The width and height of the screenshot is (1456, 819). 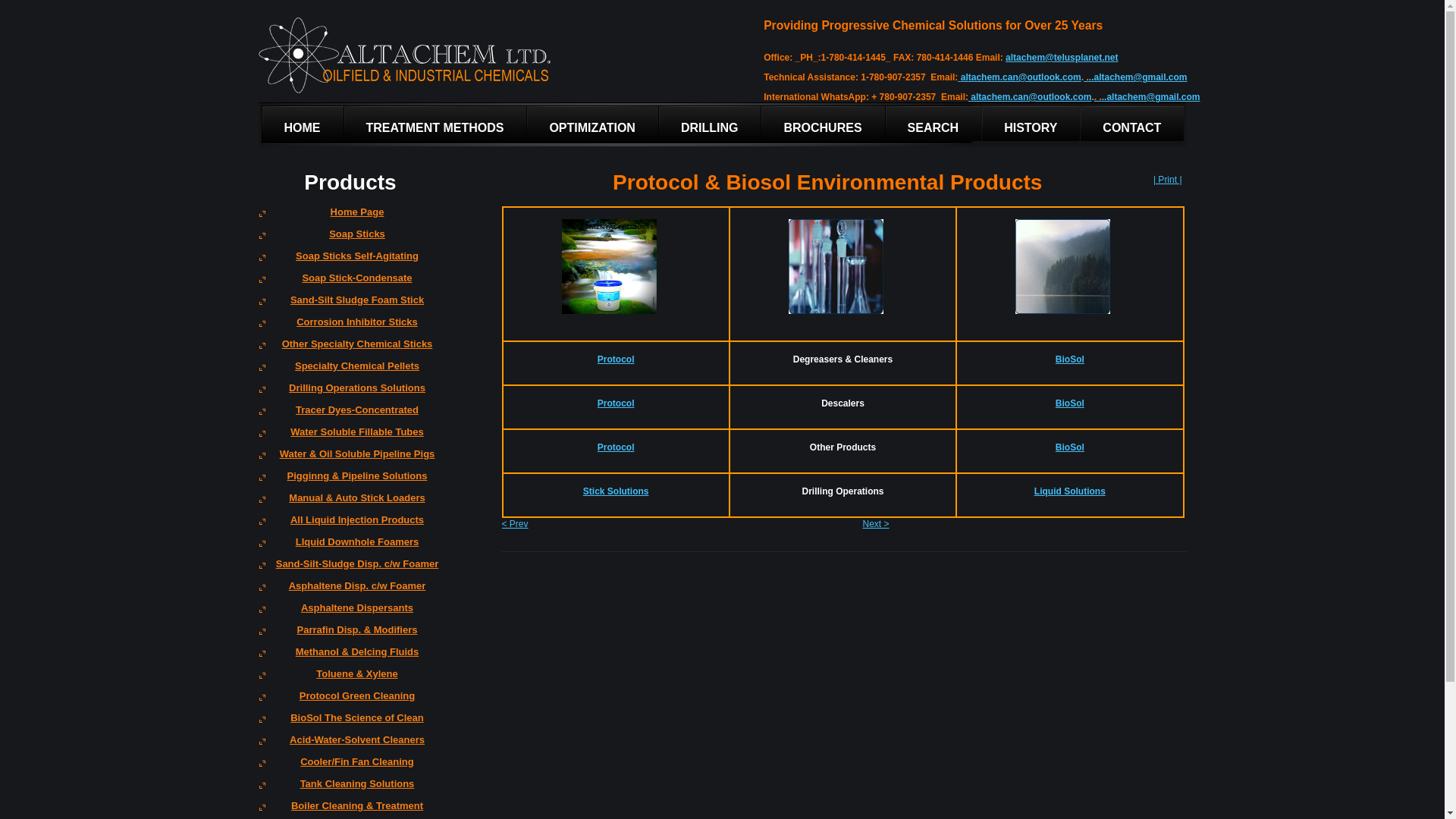 What do you see at coordinates (1150, 96) in the screenshot?
I see `'..altachem@gmail.com'` at bounding box center [1150, 96].